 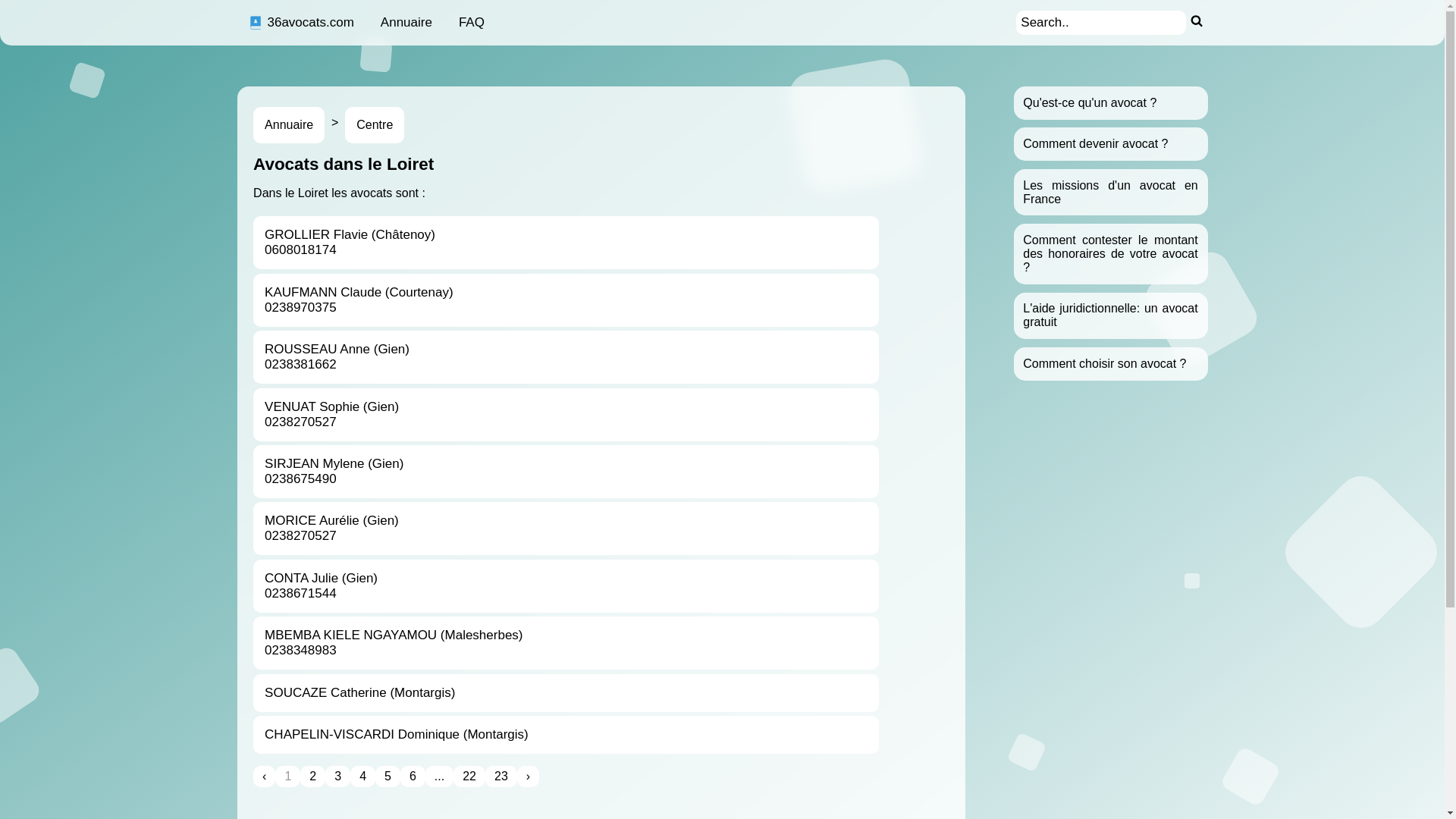 What do you see at coordinates (1095, 143) in the screenshot?
I see `'Comment devenir avocat ?'` at bounding box center [1095, 143].